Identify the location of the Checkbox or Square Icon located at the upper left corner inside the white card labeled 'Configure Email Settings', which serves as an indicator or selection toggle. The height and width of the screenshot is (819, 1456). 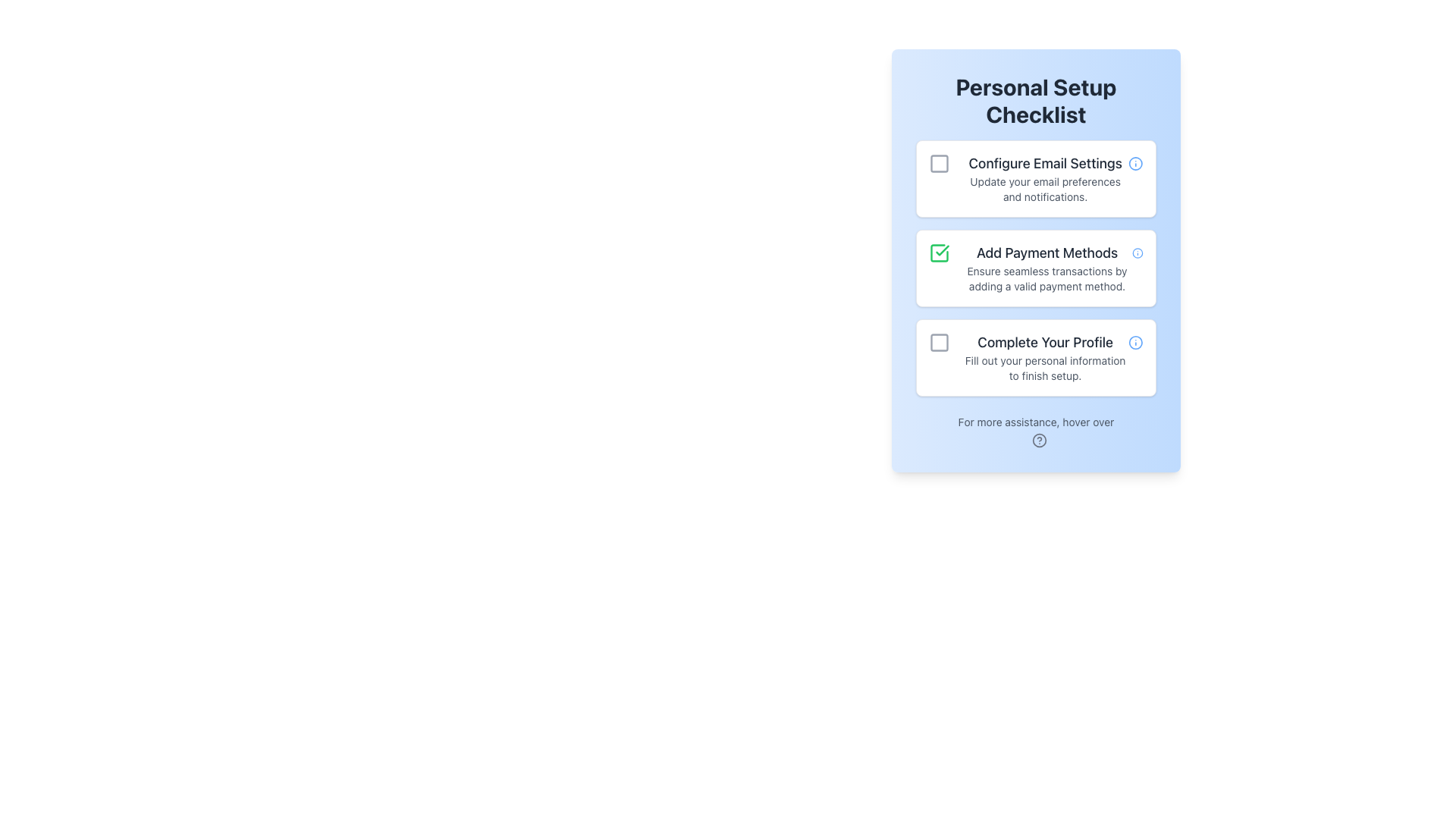
(938, 164).